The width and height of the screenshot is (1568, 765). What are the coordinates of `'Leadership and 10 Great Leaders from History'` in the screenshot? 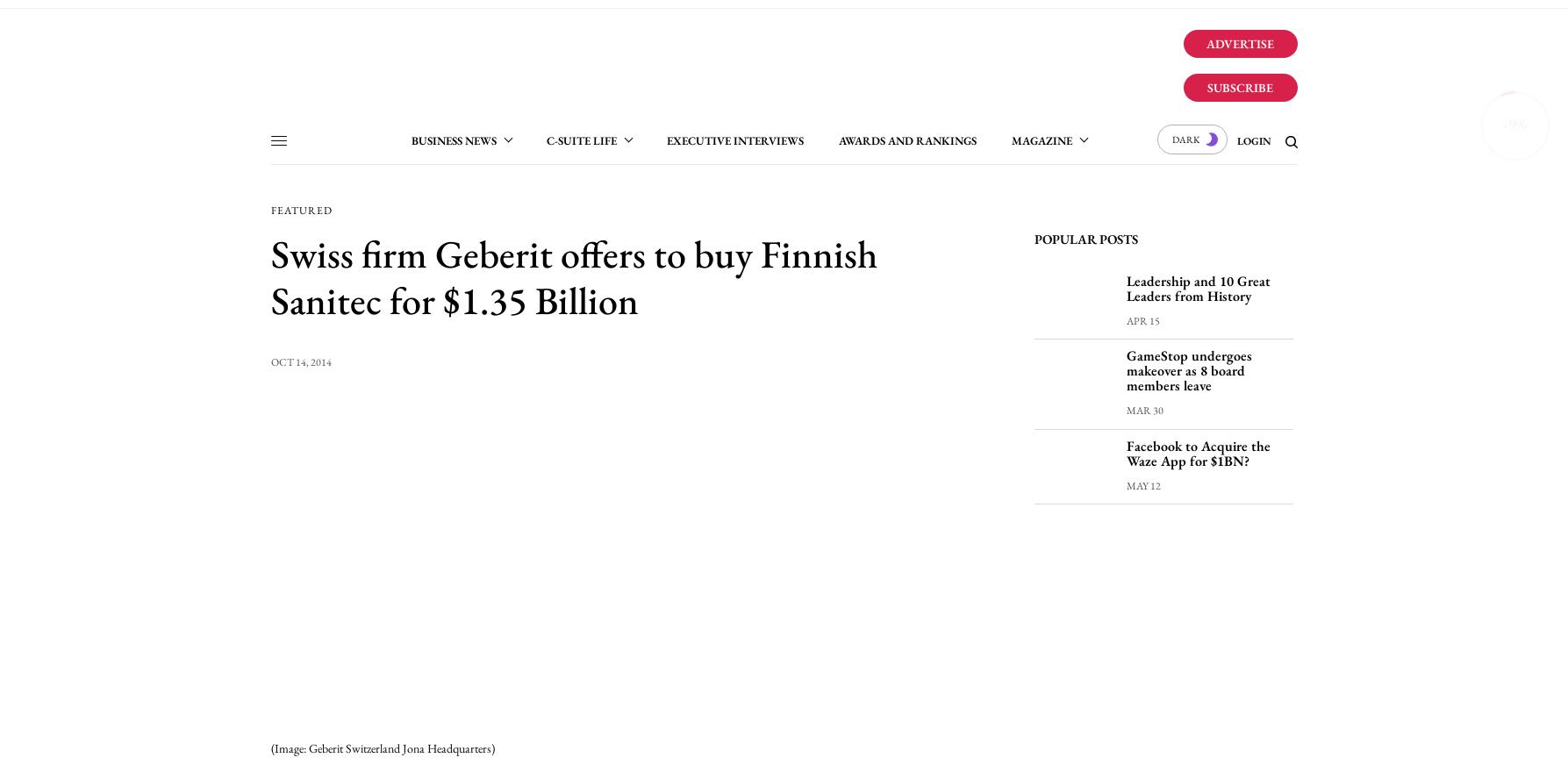 It's located at (1197, 286).